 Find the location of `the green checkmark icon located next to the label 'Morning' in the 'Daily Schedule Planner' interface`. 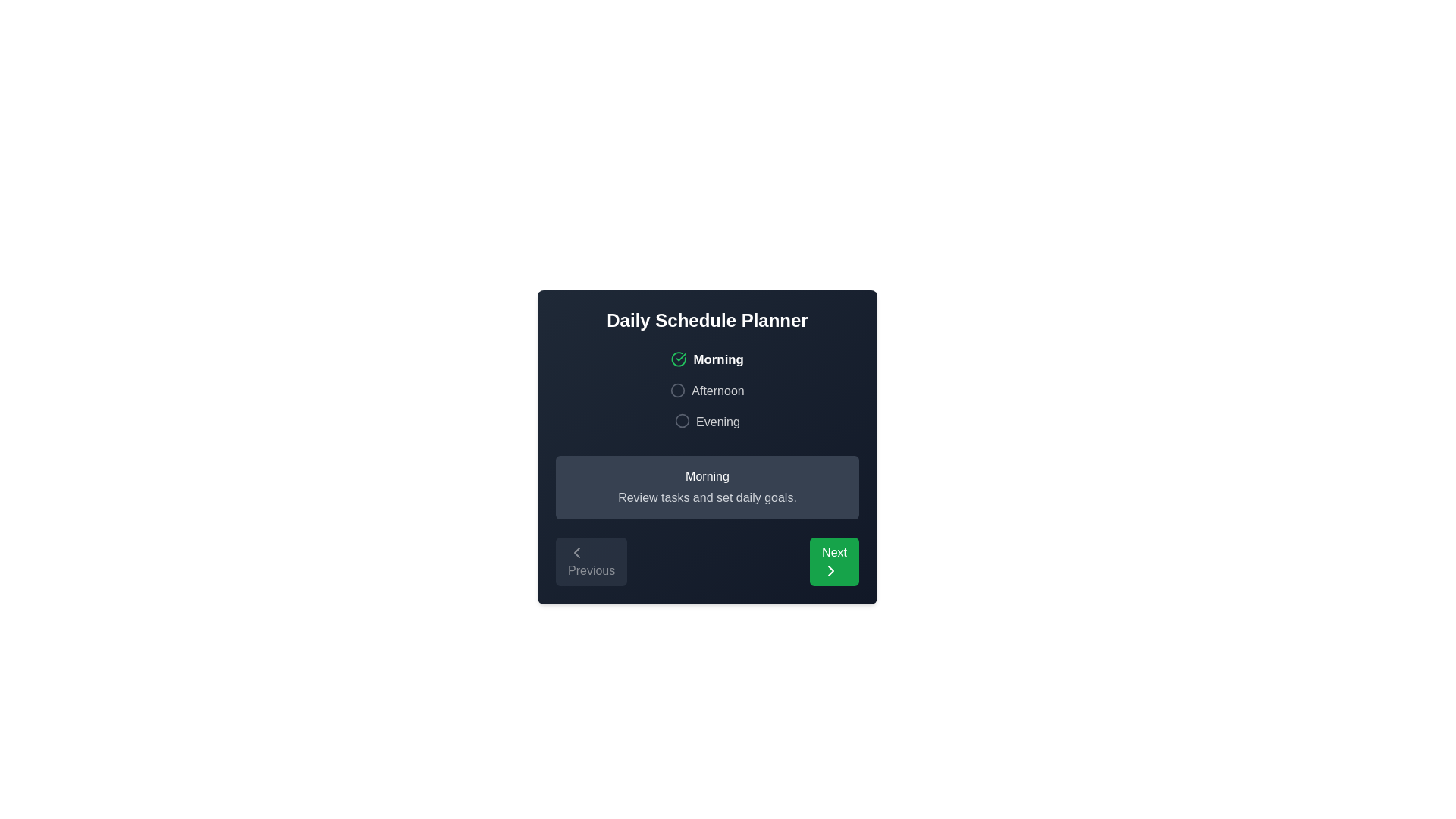

the green checkmark icon located next to the label 'Morning' in the 'Daily Schedule Planner' interface is located at coordinates (680, 357).